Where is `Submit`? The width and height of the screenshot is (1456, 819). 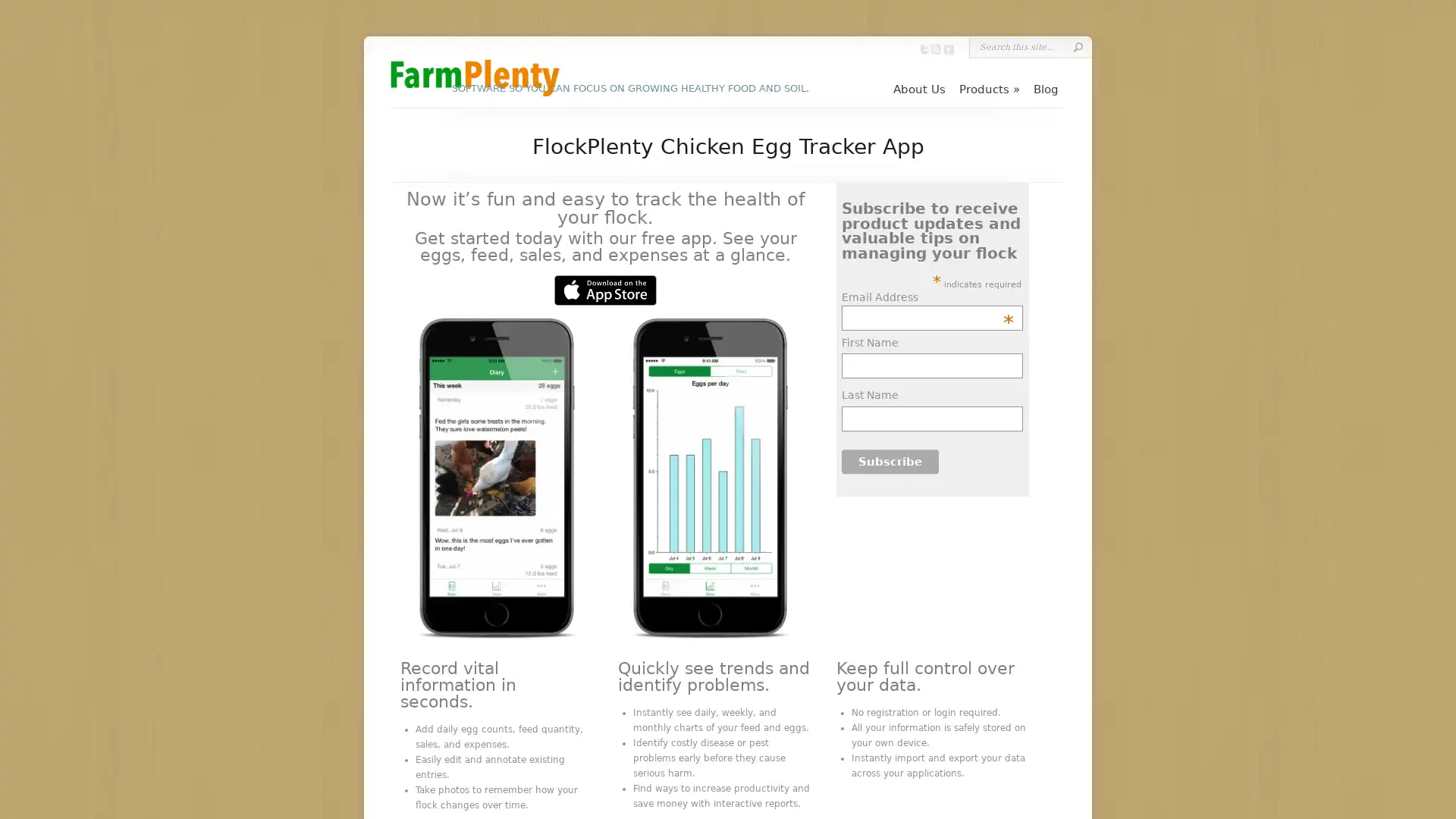
Submit is located at coordinates (1077, 46).